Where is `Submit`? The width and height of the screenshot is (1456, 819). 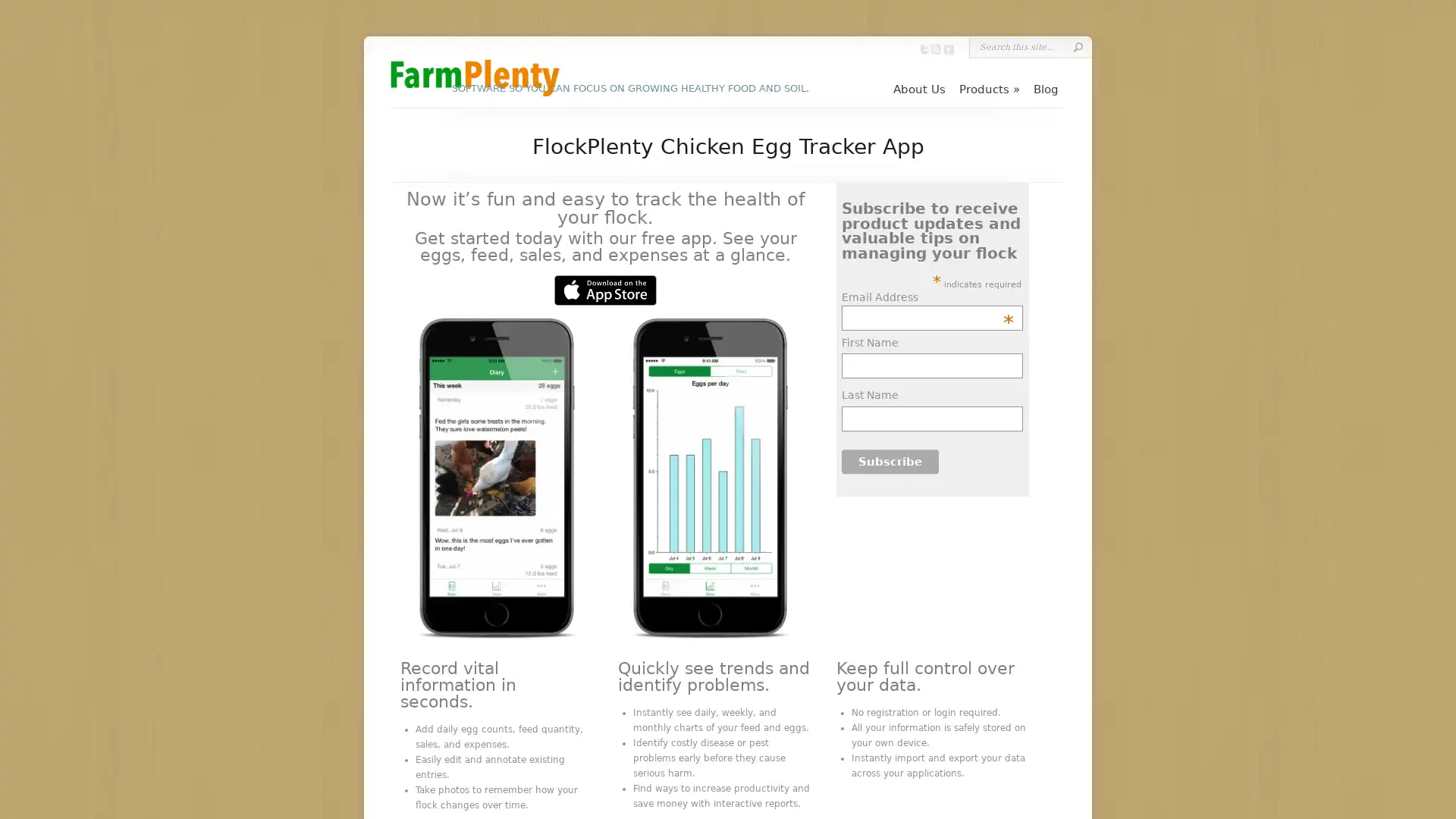
Submit is located at coordinates (1077, 46).